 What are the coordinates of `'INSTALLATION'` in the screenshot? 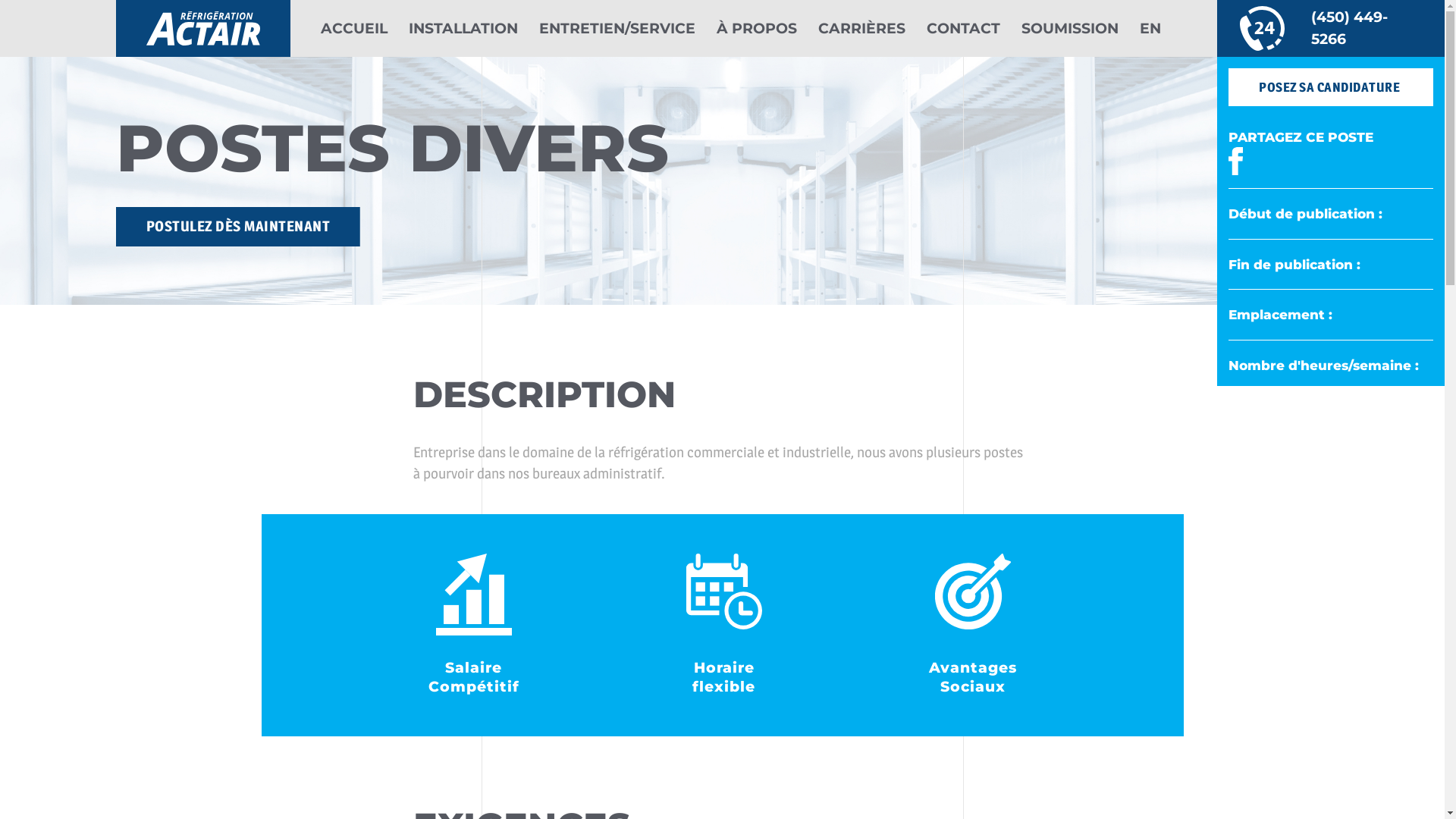 It's located at (407, 28).